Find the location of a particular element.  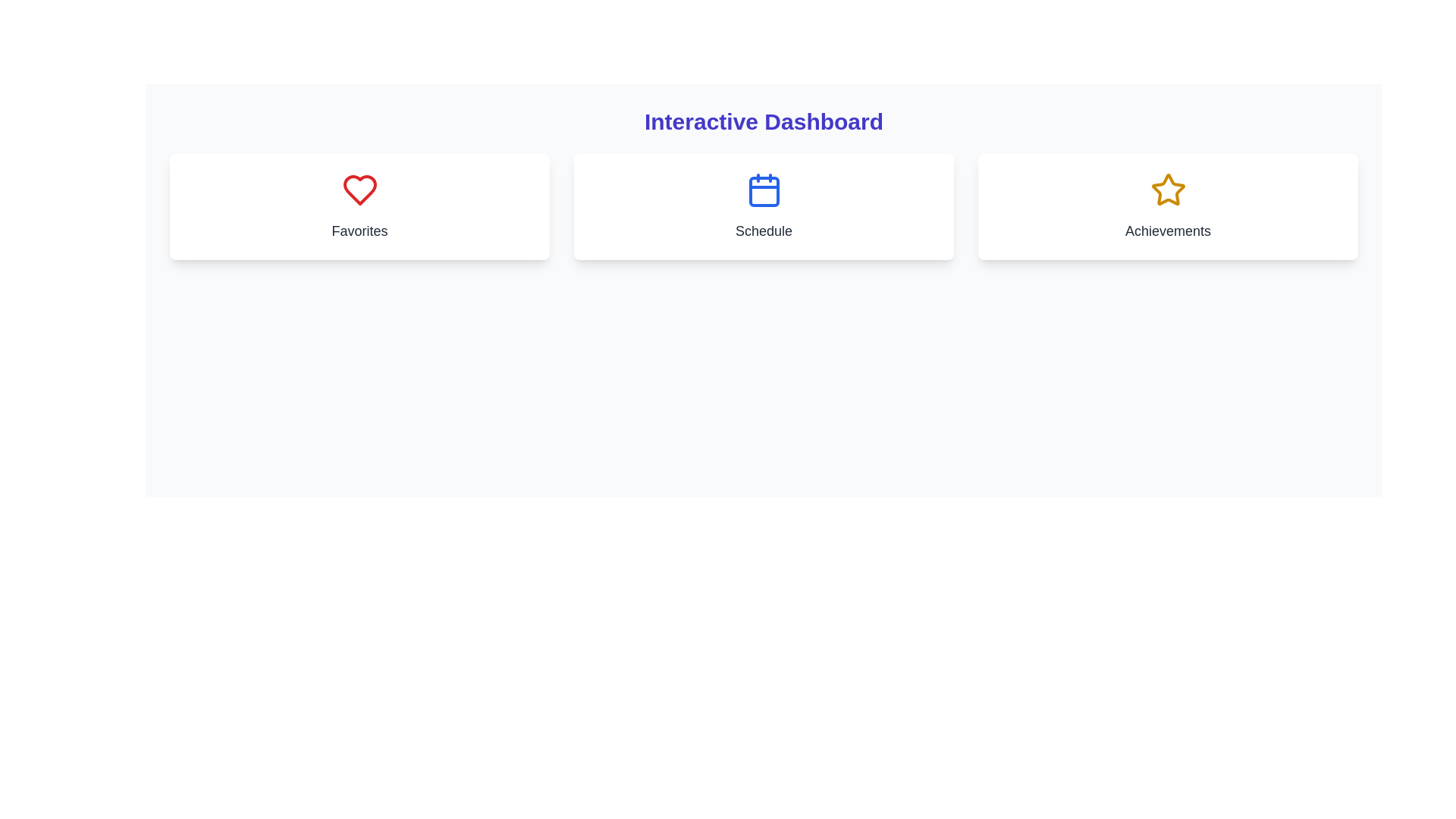

the star icon representing the achievements section, located above the text 'Achievements' in the rightmost part of the row with 'Favorites' and 'Schedule' is located at coordinates (1167, 189).